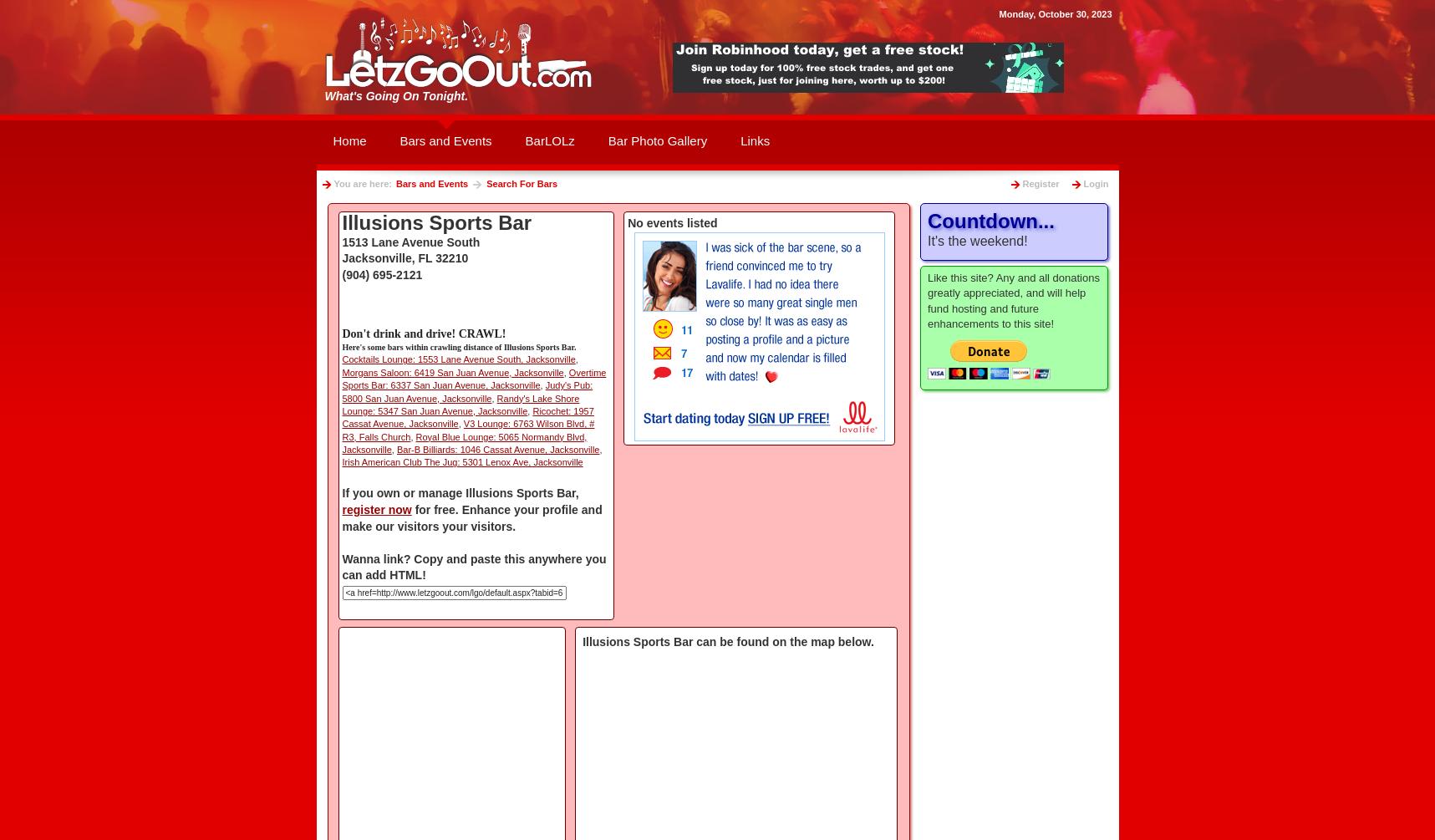  What do you see at coordinates (460, 492) in the screenshot?
I see `'If you own or manage Illusions Sports Bar,'` at bounding box center [460, 492].